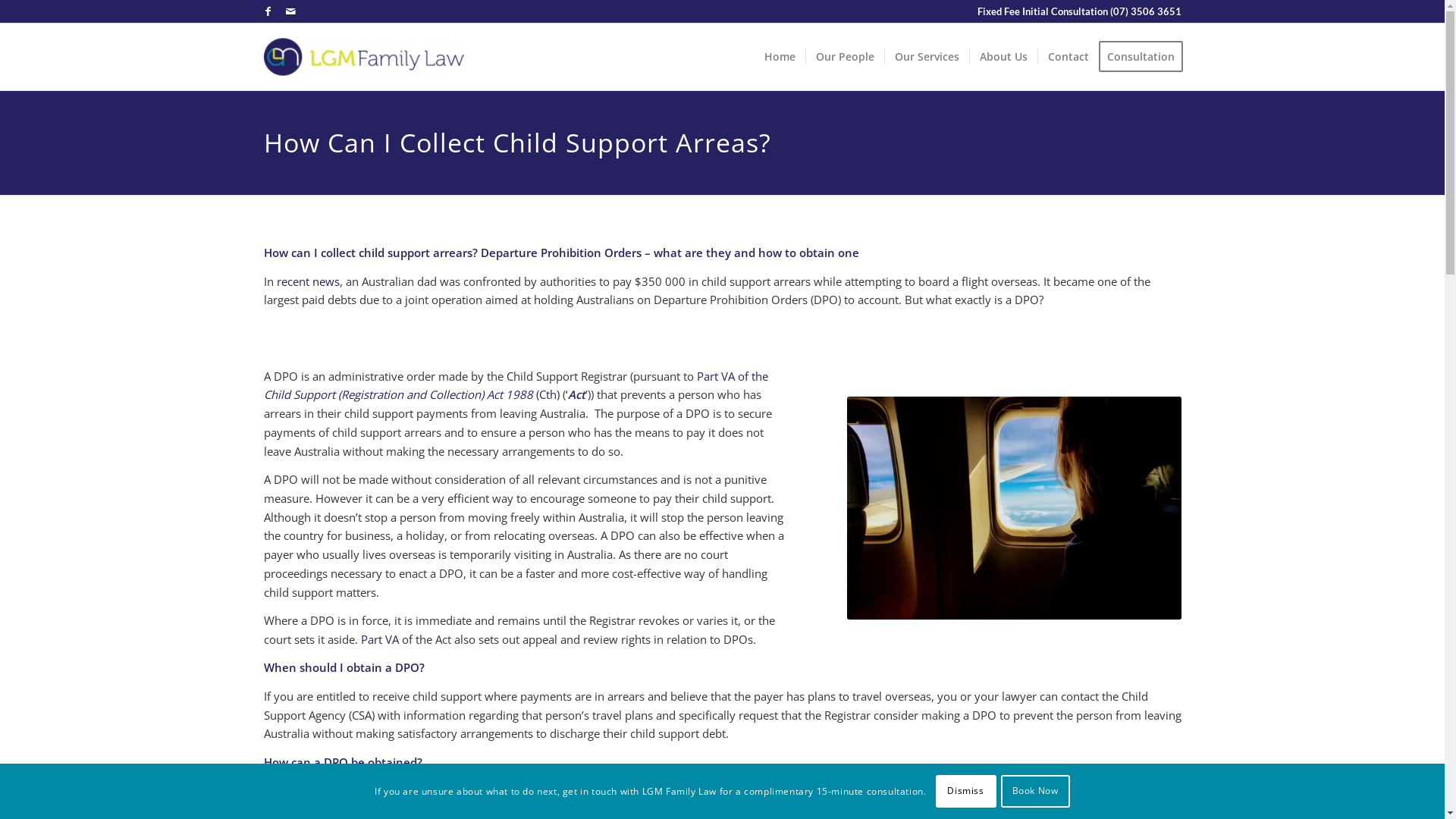 The width and height of the screenshot is (1456, 819). What do you see at coordinates (364, 55) in the screenshot?
I see `'LGM-Family-Law-1'` at bounding box center [364, 55].